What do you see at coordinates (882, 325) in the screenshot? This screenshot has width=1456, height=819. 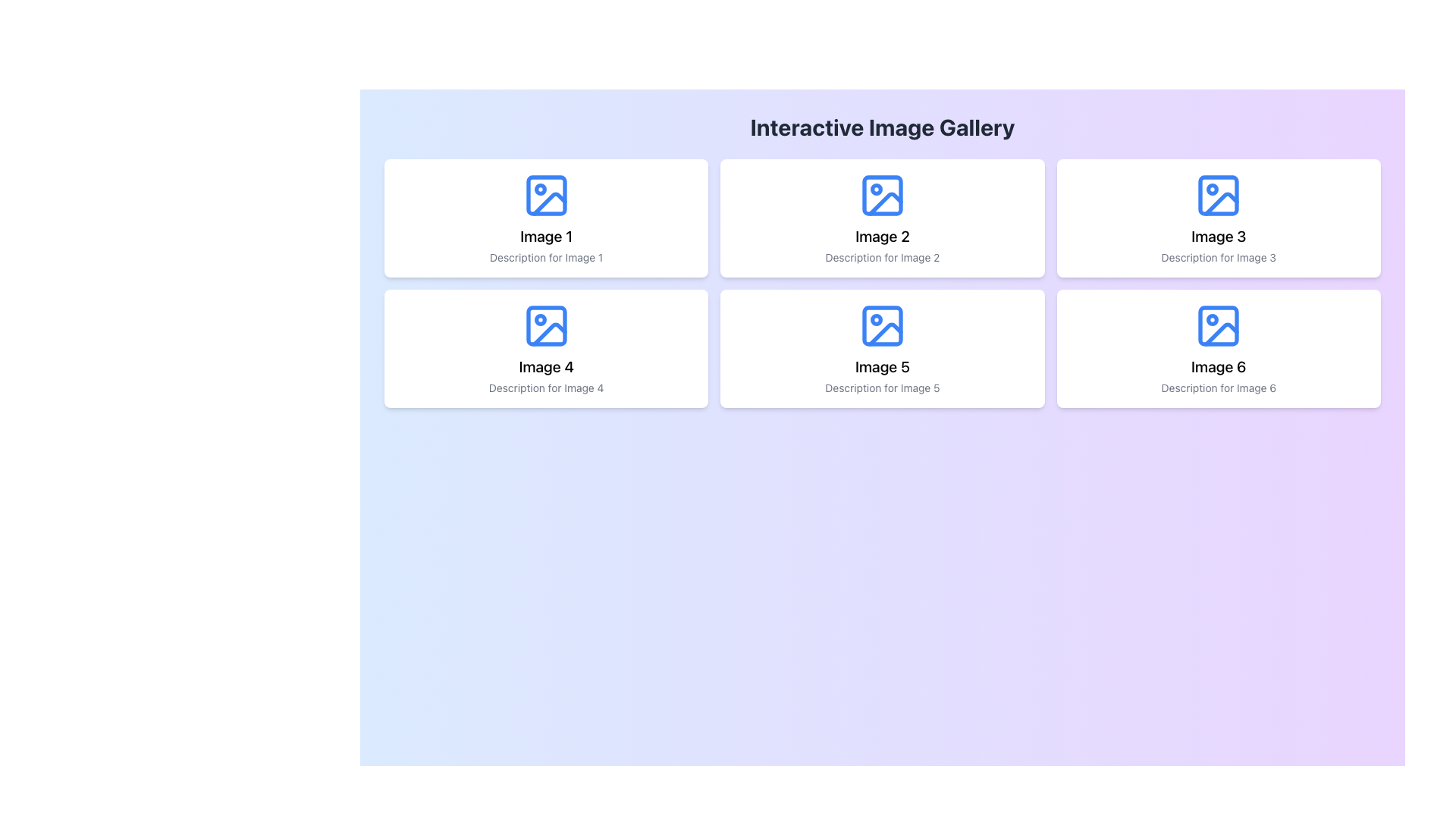 I see `the decorative vector graphic element that is part of the image icon in the fifth card, located in the second row and second column of the grid layout` at bounding box center [882, 325].